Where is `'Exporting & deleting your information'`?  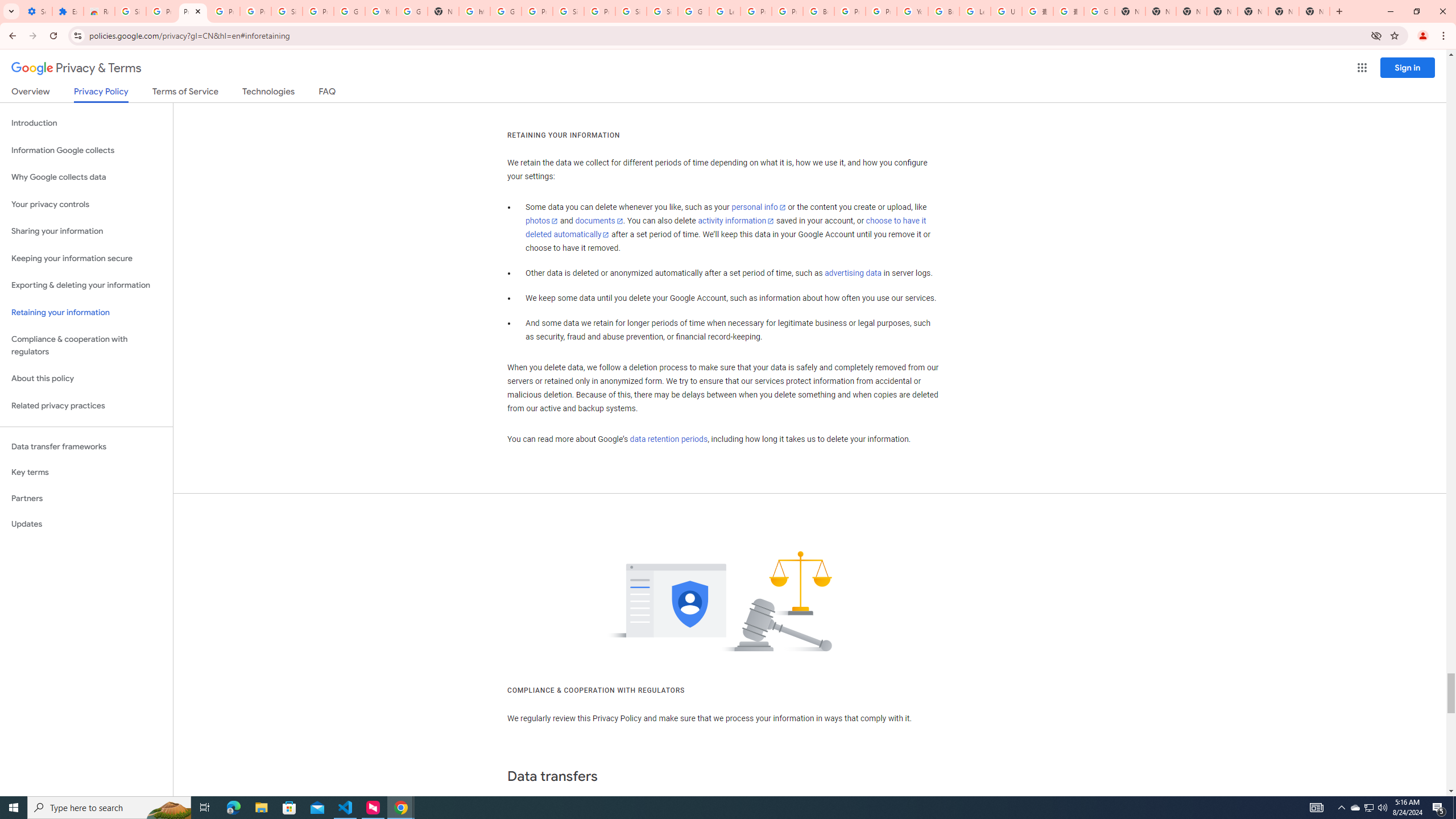
'Exporting & deleting your information' is located at coordinates (86, 285).